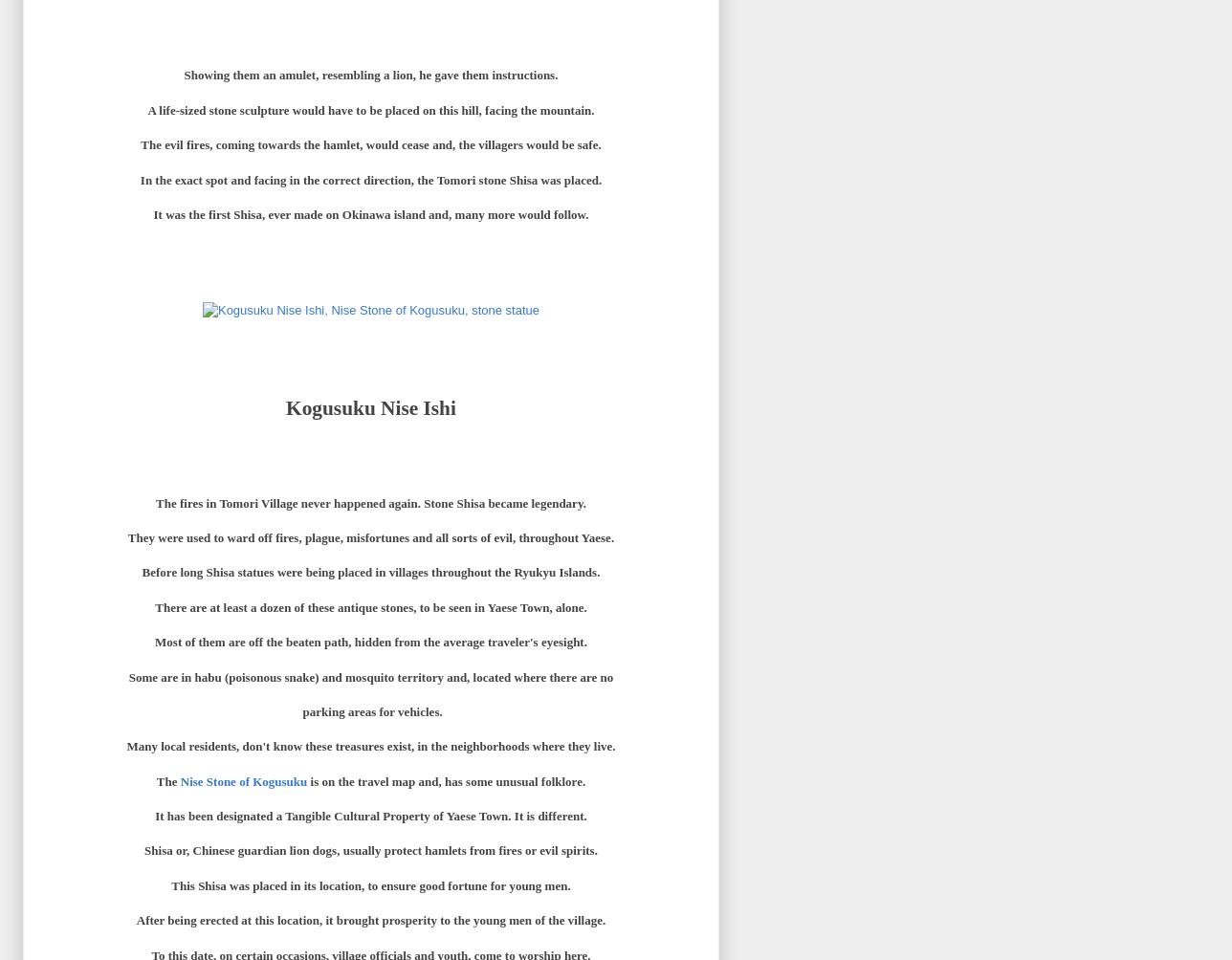  What do you see at coordinates (370, 143) in the screenshot?
I see `'The evil fires, coming towards the hamlet, would cease and, the villagers would be safe.'` at bounding box center [370, 143].